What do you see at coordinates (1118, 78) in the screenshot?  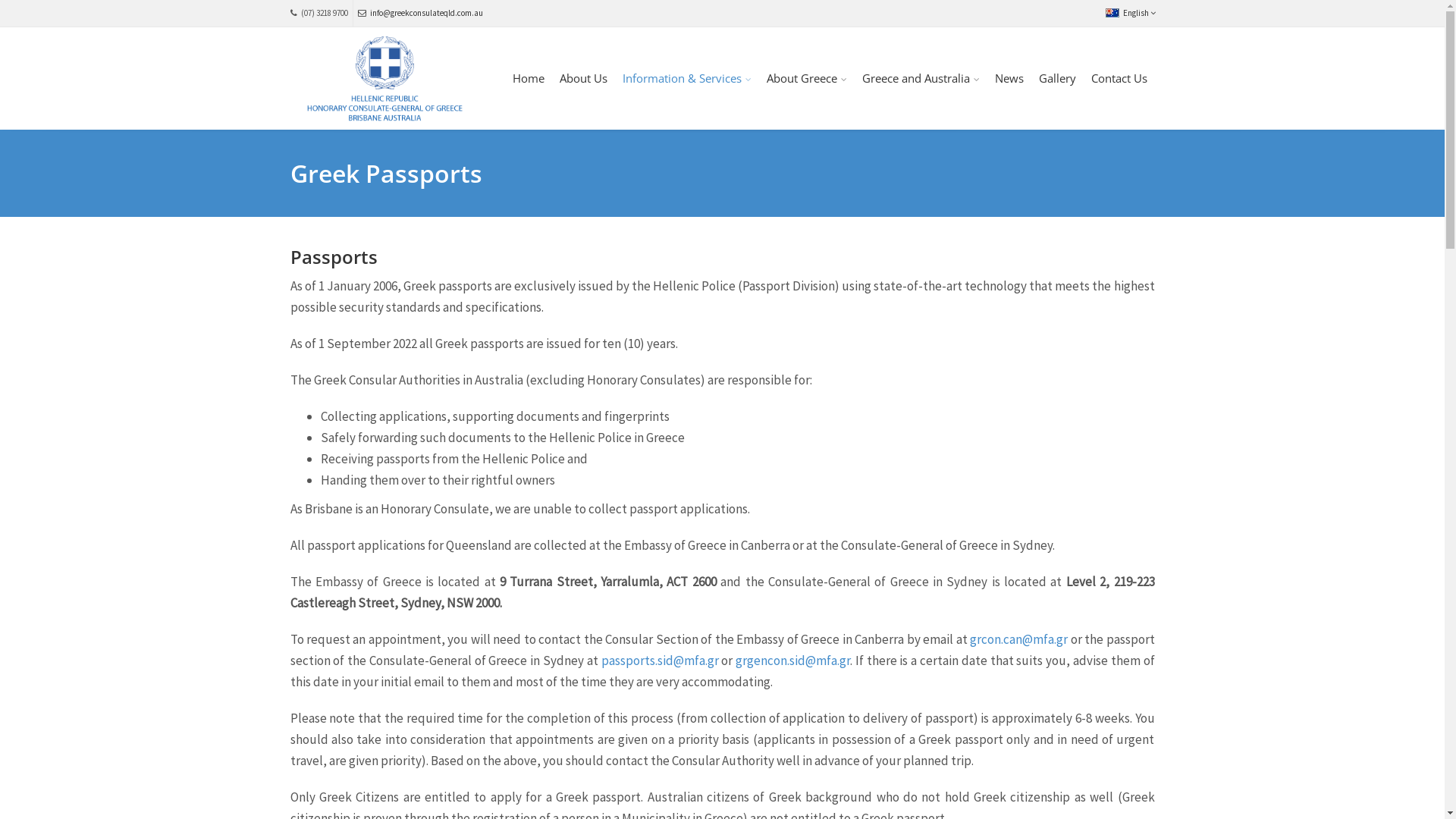 I see `'Contact Us'` at bounding box center [1118, 78].